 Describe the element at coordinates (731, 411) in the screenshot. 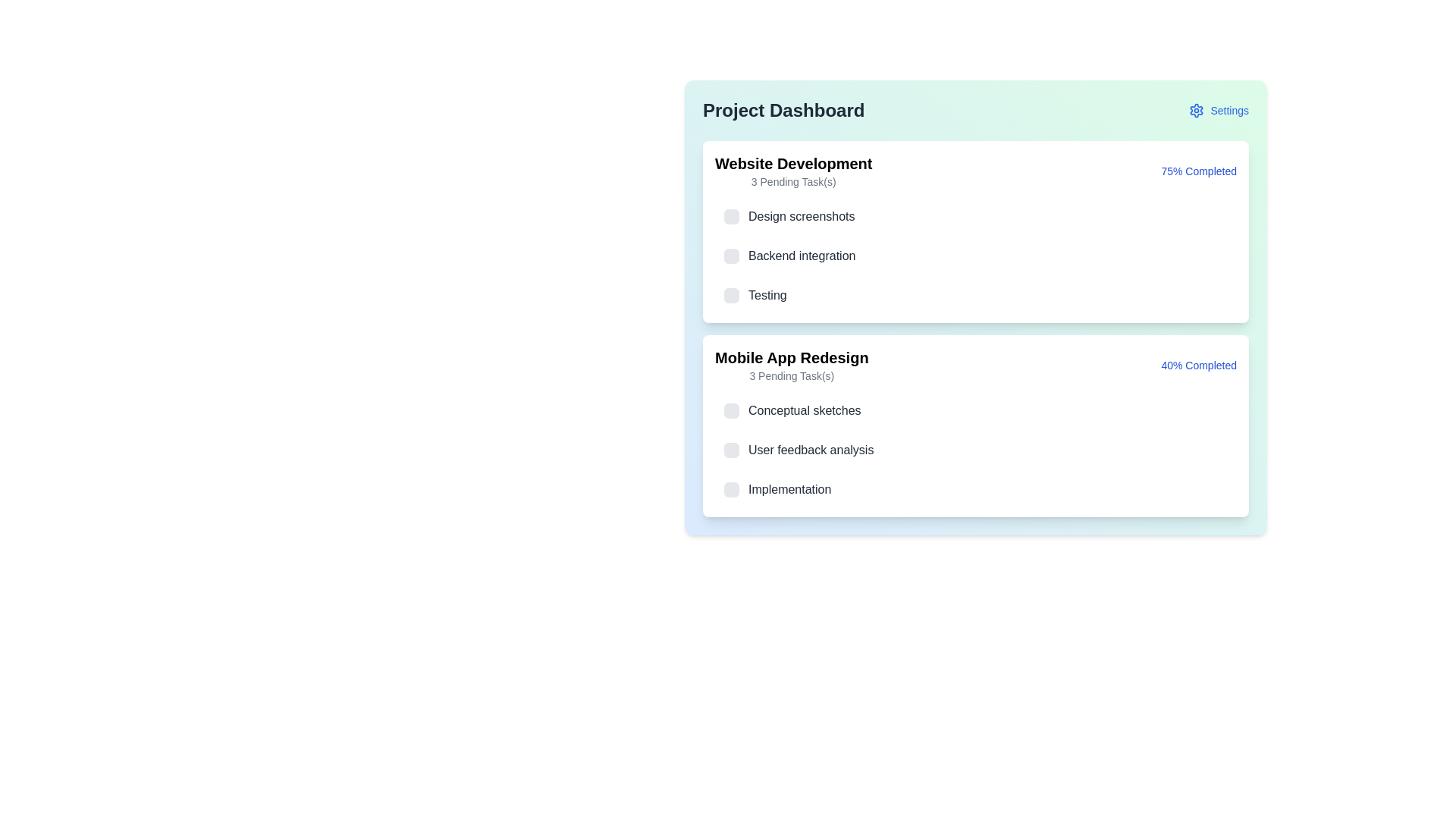

I see `the checkbox located to the left of the text 'Conceptual sketches' in the project task card for 'Mobile App Redesign'` at that location.